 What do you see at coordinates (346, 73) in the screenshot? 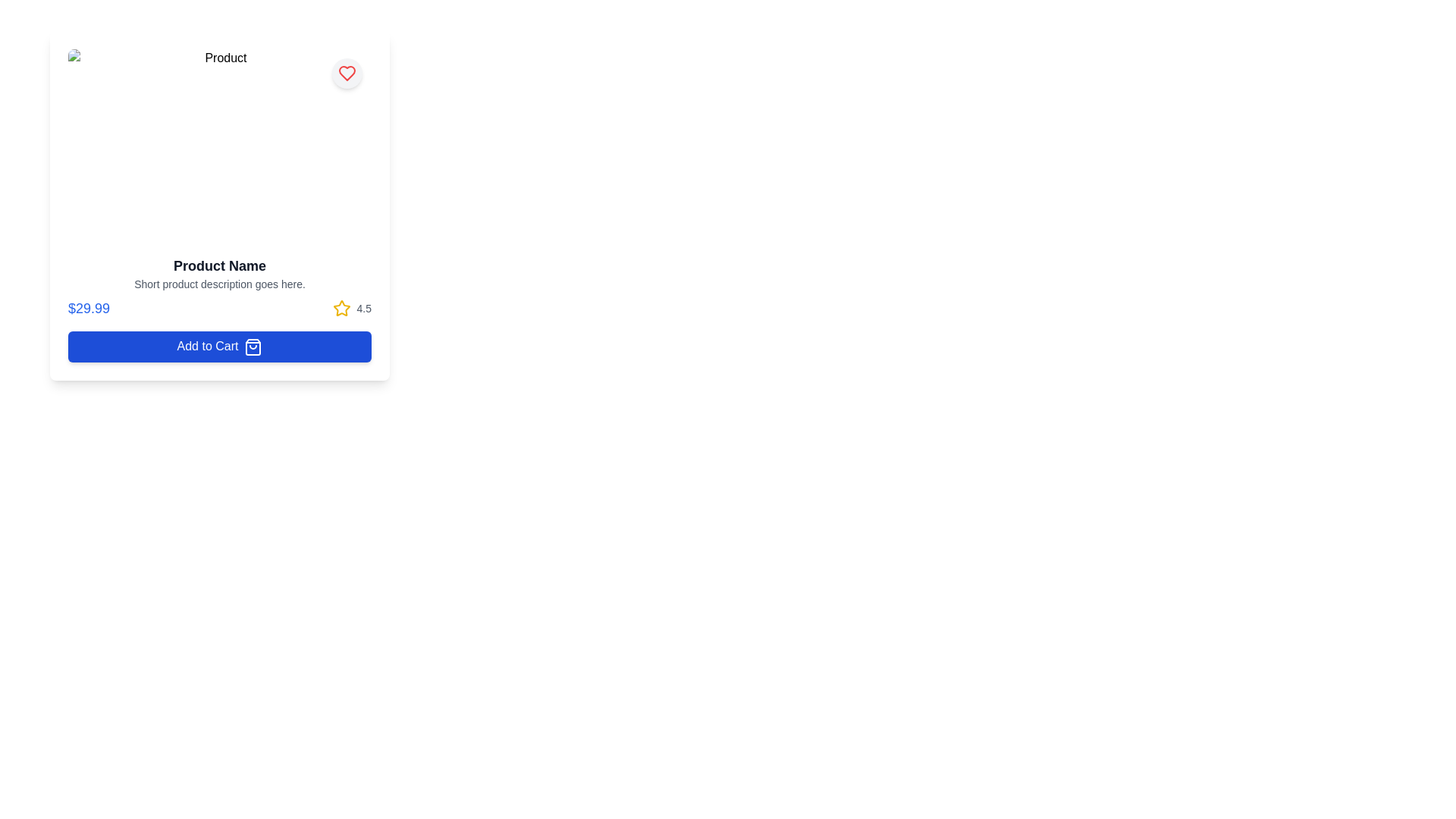
I see `the heart icon located in the upper-right corner of the card layout, which is styled with a simple outline design and contained within a light gray circular background` at bounding box center [346, 73].